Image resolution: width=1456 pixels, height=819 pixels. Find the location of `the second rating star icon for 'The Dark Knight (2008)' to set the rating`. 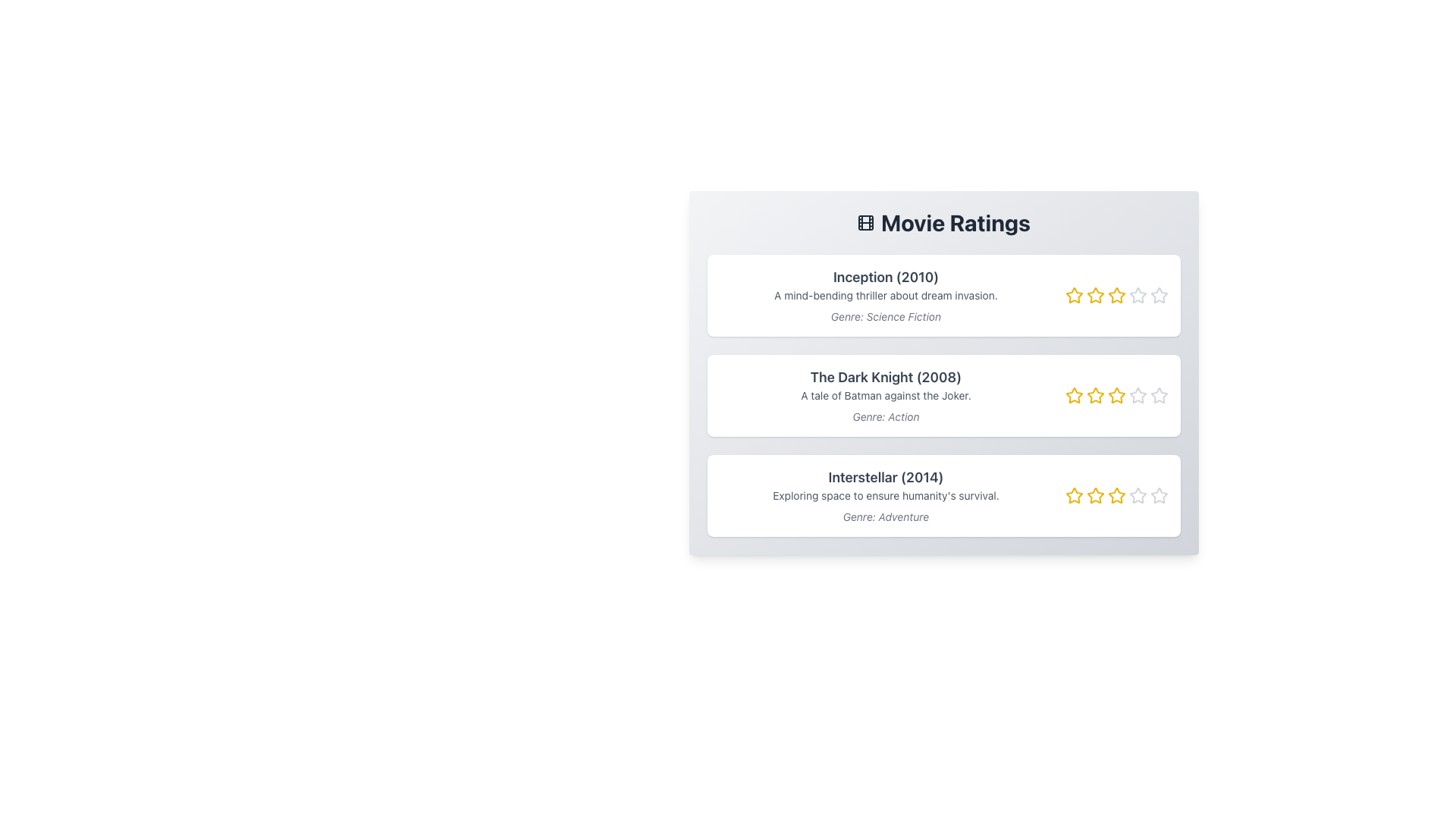

the second rating star icon for 'The Dark Knight (2008)' to set the rating is located at coordinates (1095, 394).